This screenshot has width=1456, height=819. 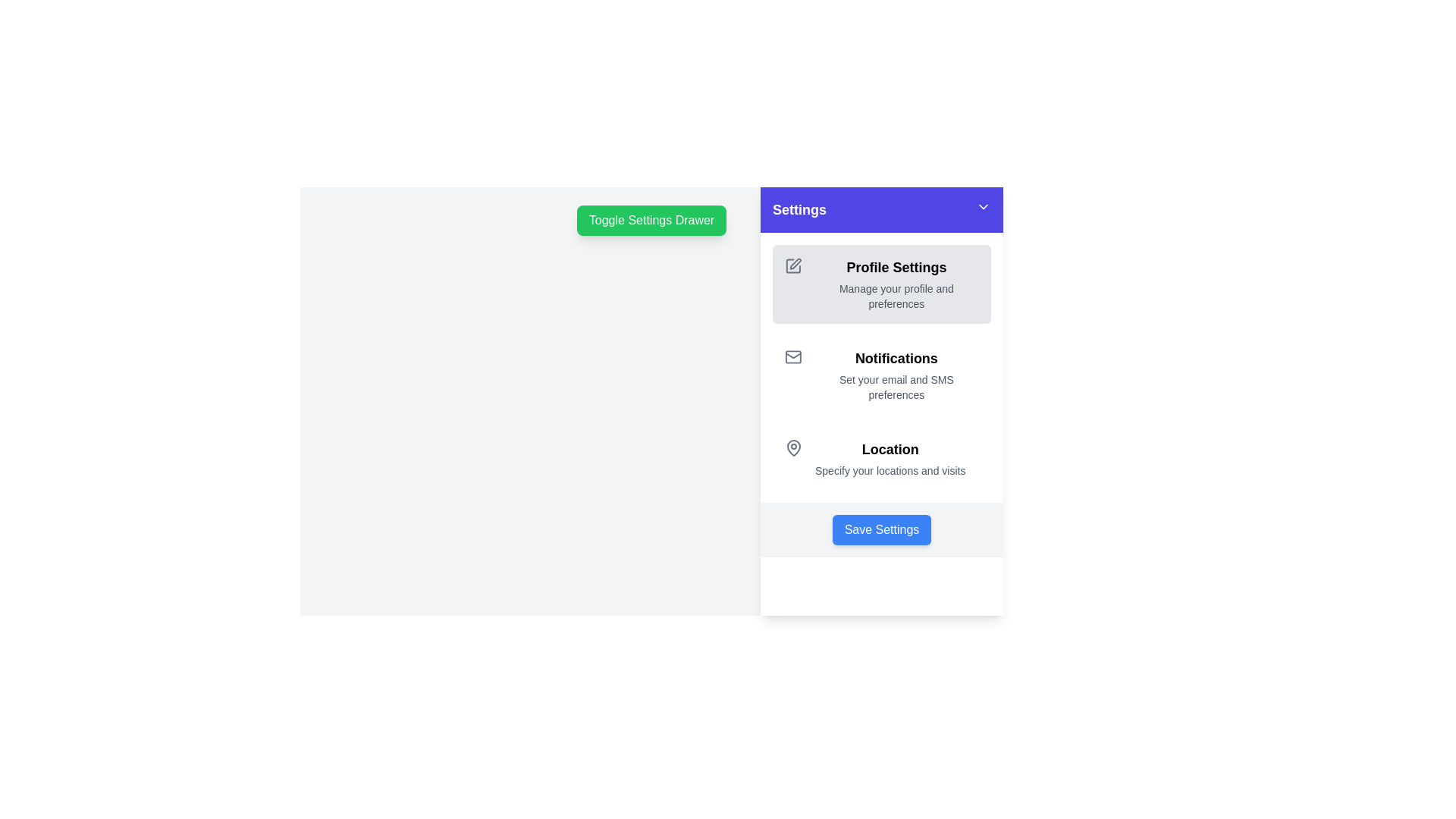 I want to click on the 'Location' menu entry which features a map pin icon on the left and text describing the action to specify locations and visits, so click(x=881, y=458).